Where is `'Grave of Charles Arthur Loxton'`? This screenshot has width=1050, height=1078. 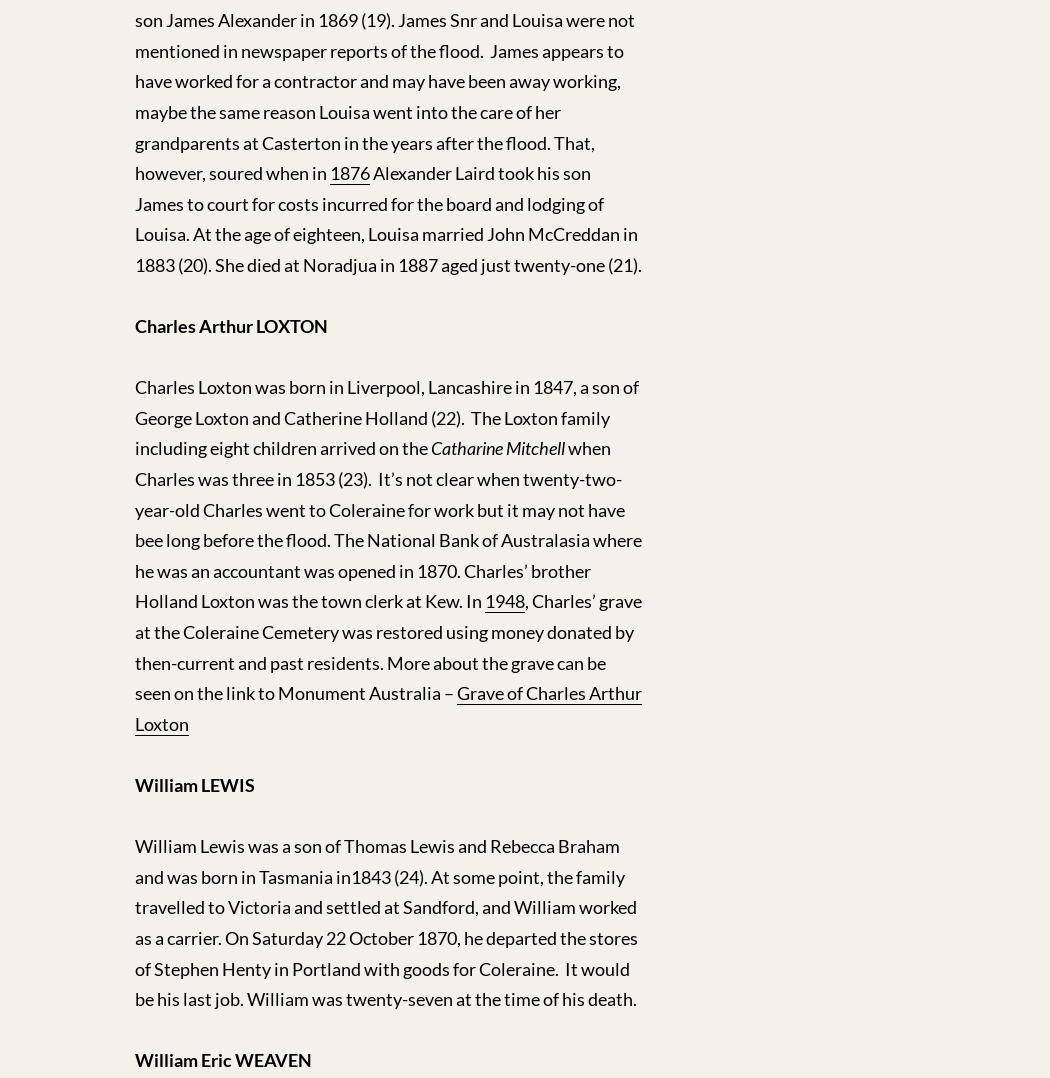 'Grave of Charles Arthur Loxton' is located at coordinates (388, 707).